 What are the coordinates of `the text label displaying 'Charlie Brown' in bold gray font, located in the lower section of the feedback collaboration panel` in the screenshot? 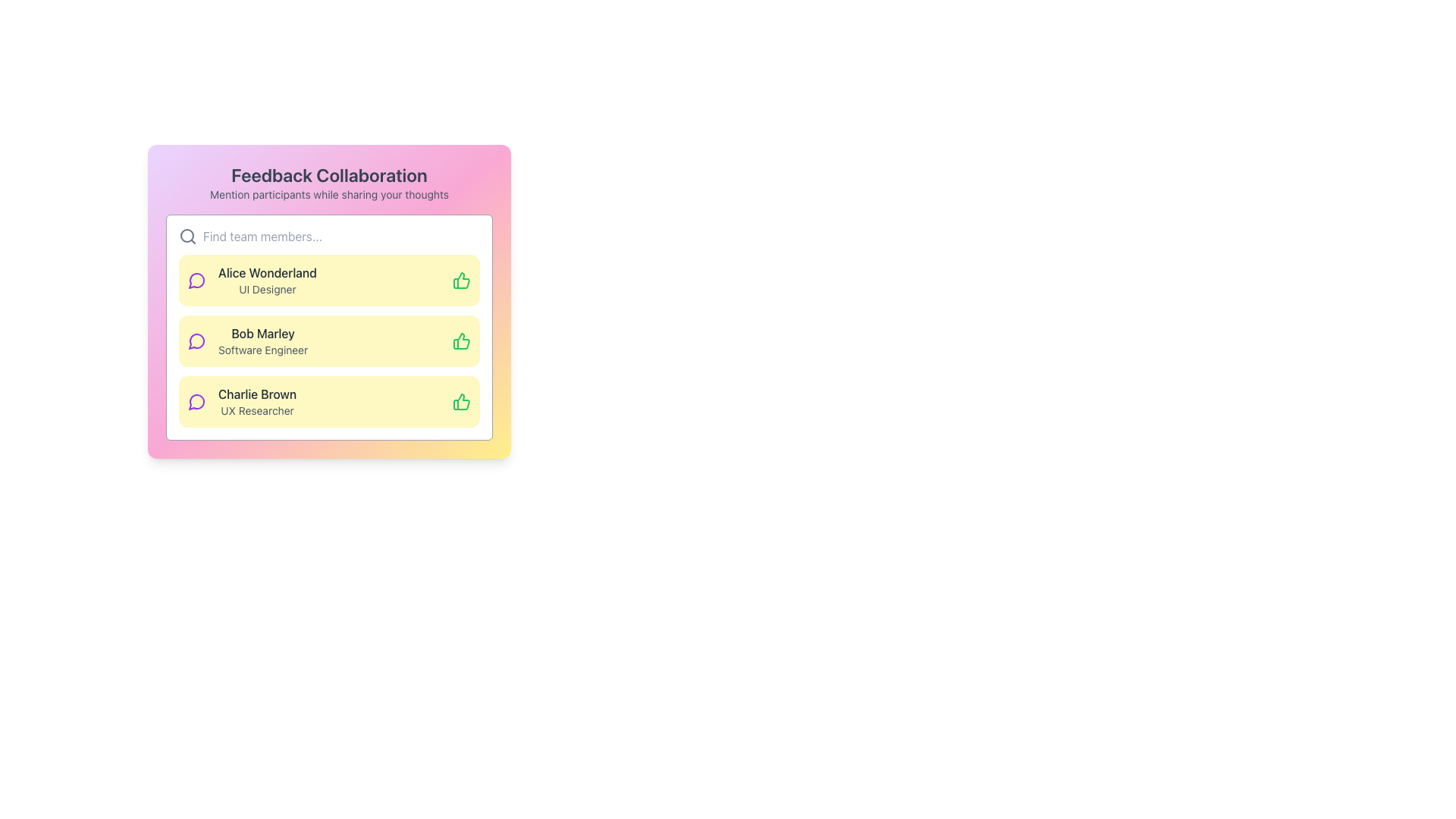 It's located at (257, 394).